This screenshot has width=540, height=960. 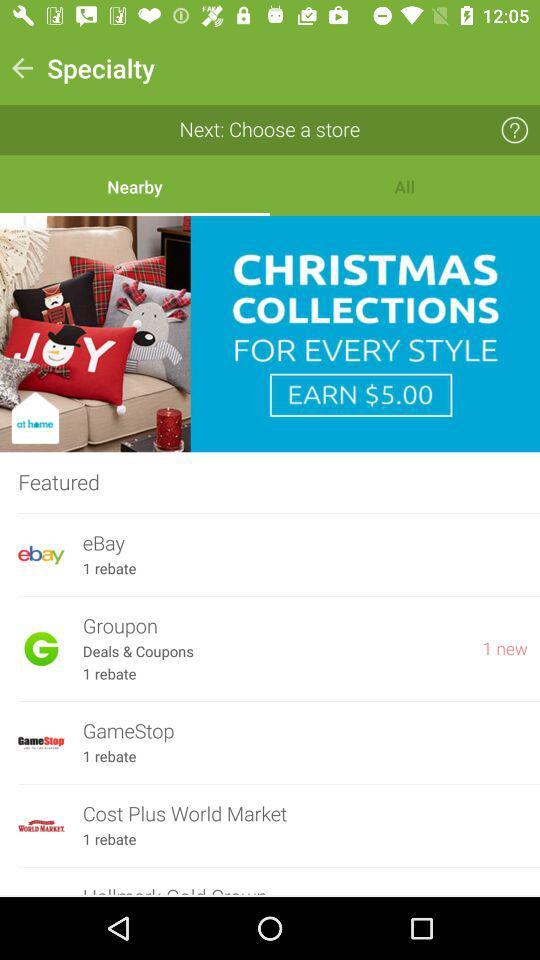 What do you see at coordinates (514, 128) in the screenshot?
I see `icon which is next to next choose a store` at bounding box center [514, 128].